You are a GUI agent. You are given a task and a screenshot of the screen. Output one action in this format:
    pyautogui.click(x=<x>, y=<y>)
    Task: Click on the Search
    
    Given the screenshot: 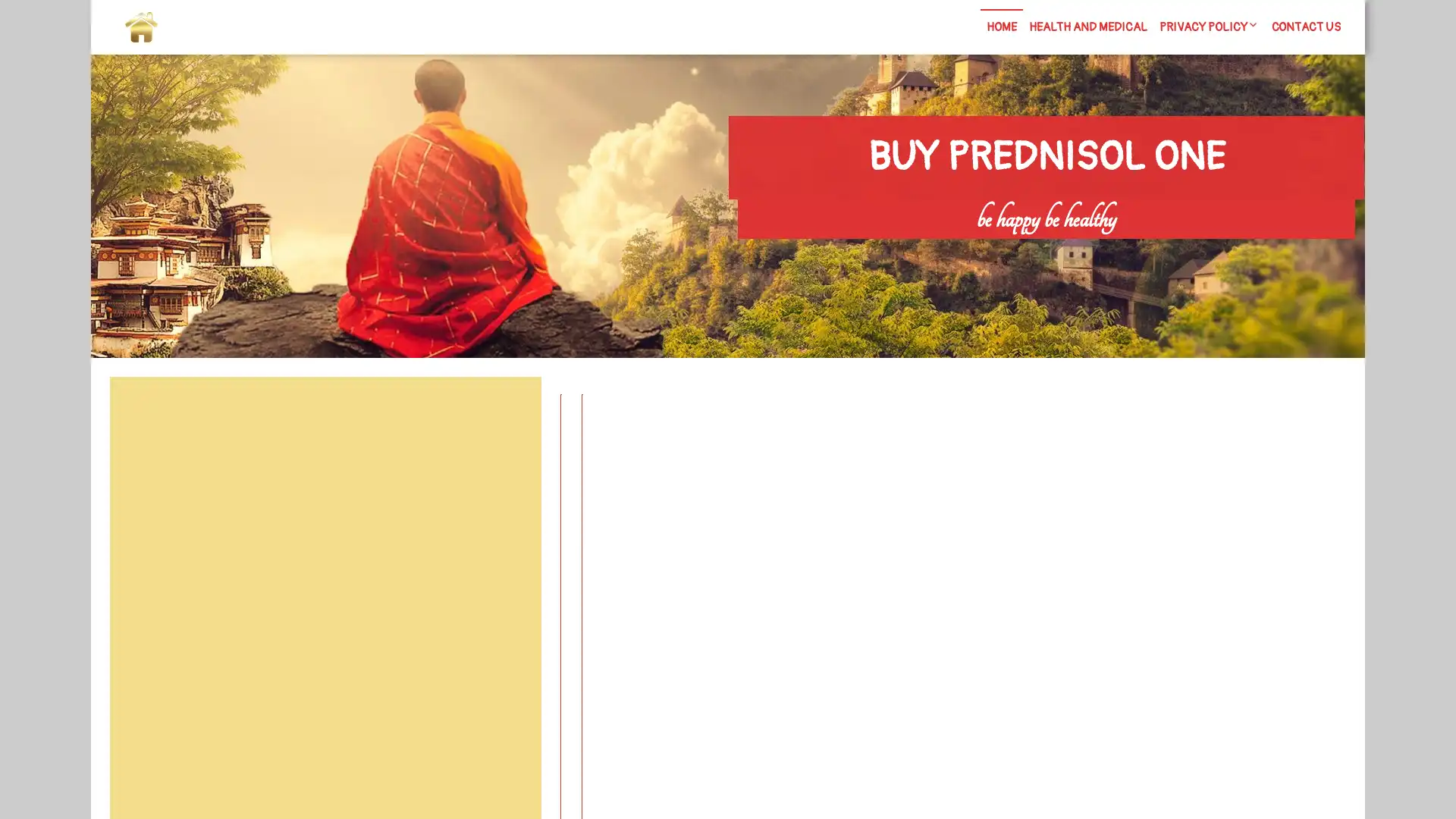 What is the action you would take?
    pyautogui.click(x=1181, y=248)
    